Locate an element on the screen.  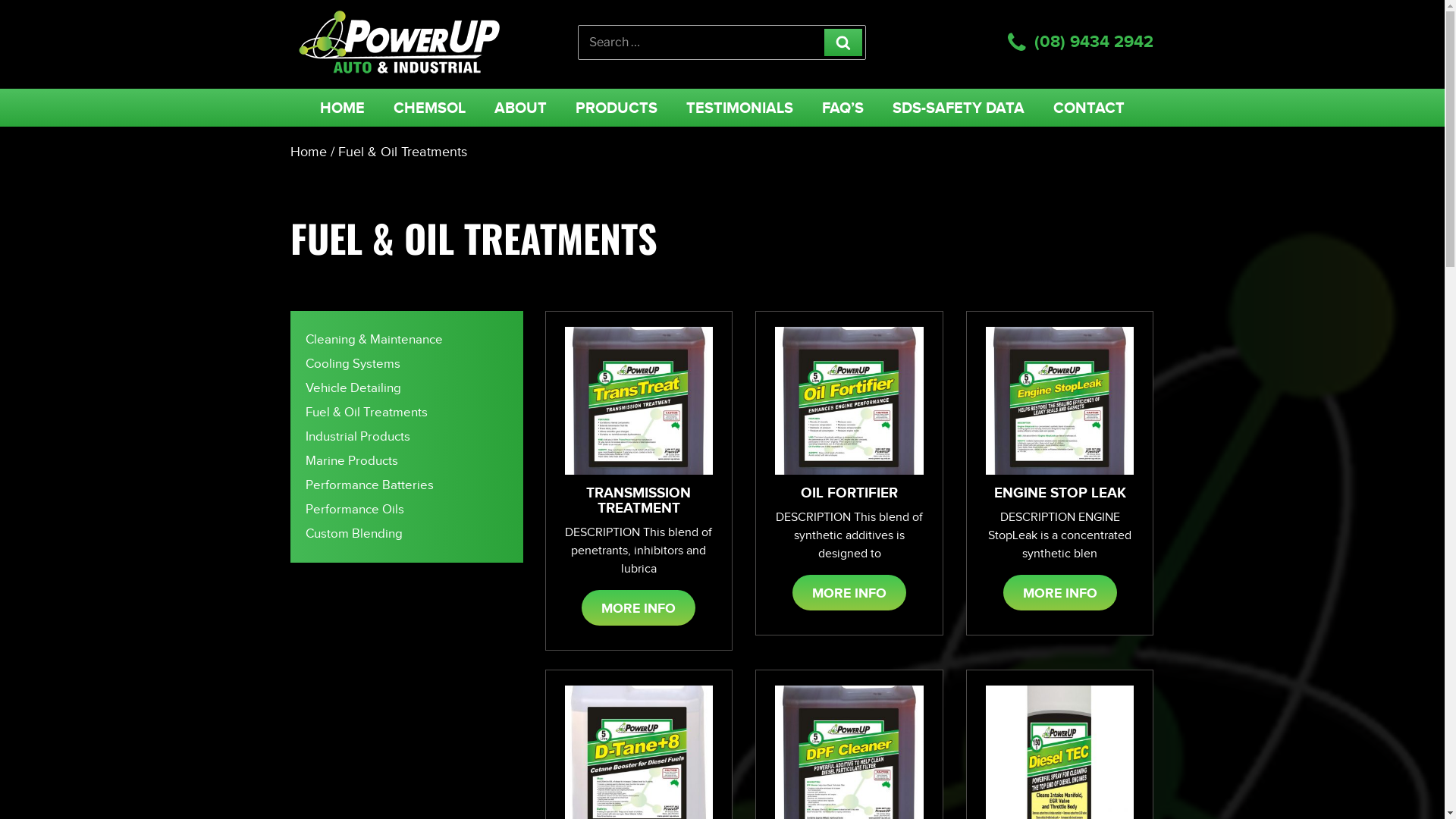
'Search' is located at coordinates (843, 42).